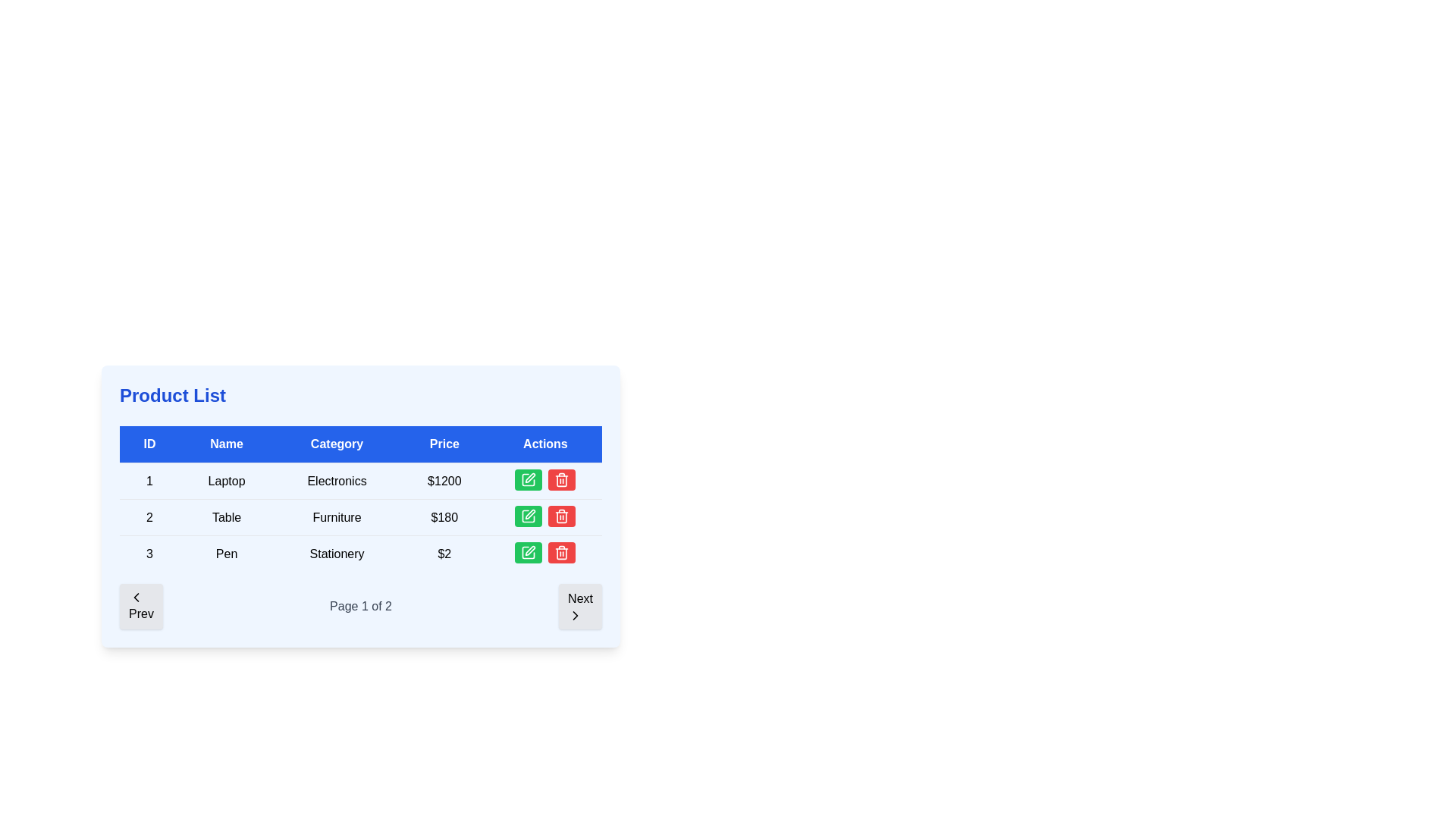  I want to click on the green icon button with a pen inside a square, located in the second row under the 'Actions' column, so click(528, 516).